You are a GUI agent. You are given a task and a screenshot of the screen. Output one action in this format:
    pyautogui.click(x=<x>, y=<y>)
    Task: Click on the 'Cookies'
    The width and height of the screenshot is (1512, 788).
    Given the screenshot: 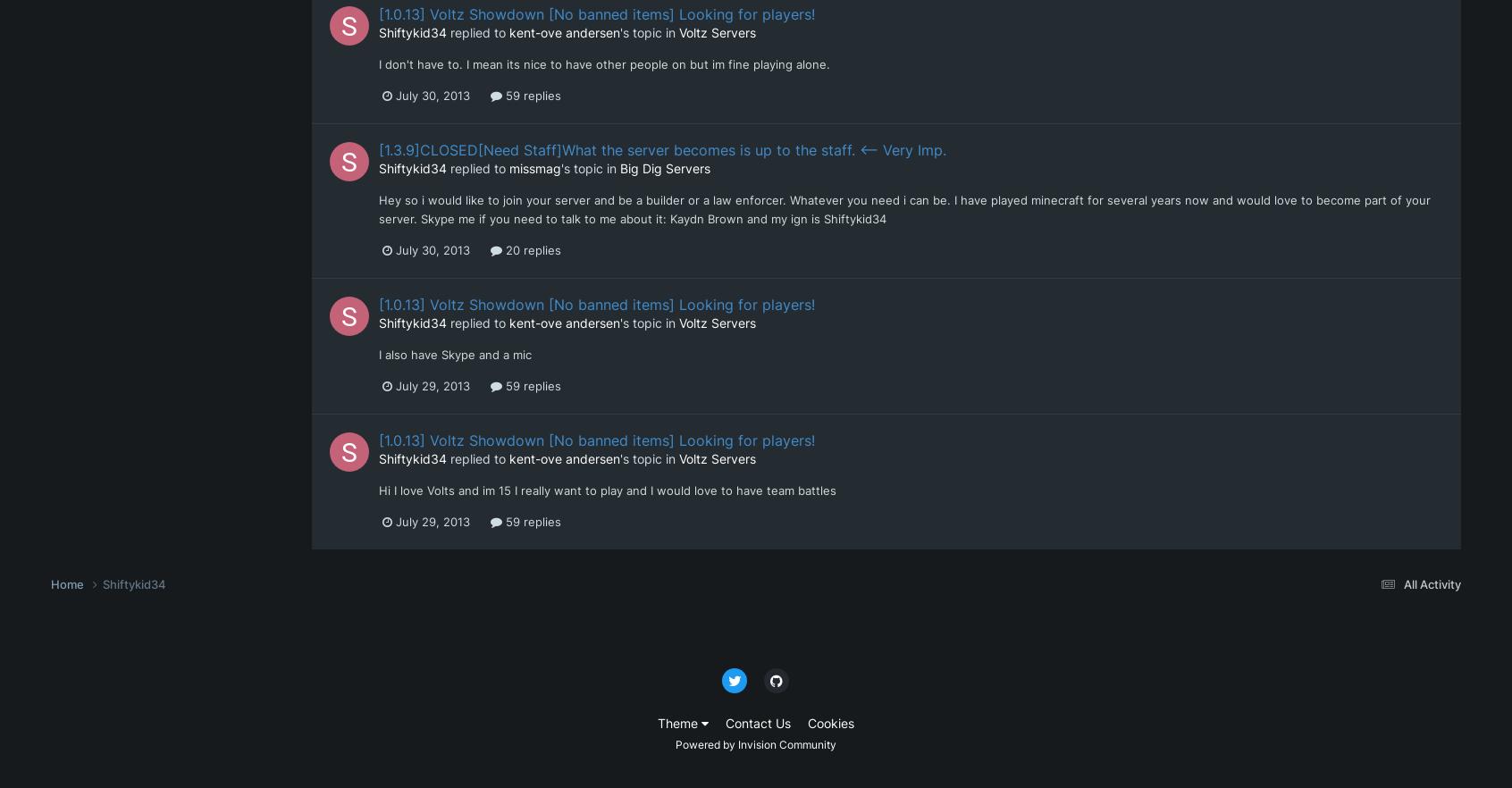 What is the action you would take?
    pyautogui.click(x=806, y=721)
    